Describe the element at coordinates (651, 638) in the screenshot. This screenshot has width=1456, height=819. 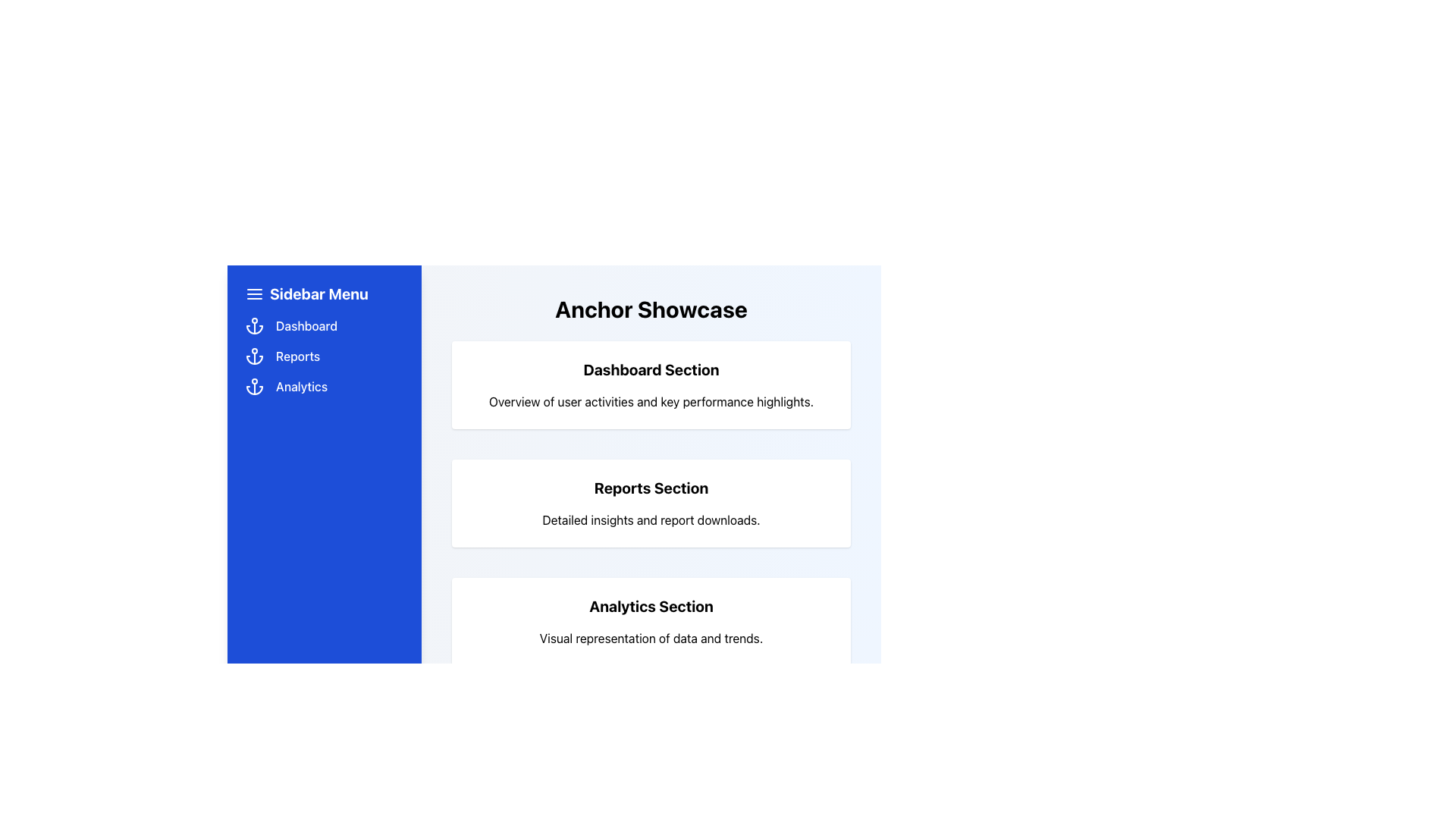
I see `the descriptive text label located below the 'Analytics Section' subheader` at that location.